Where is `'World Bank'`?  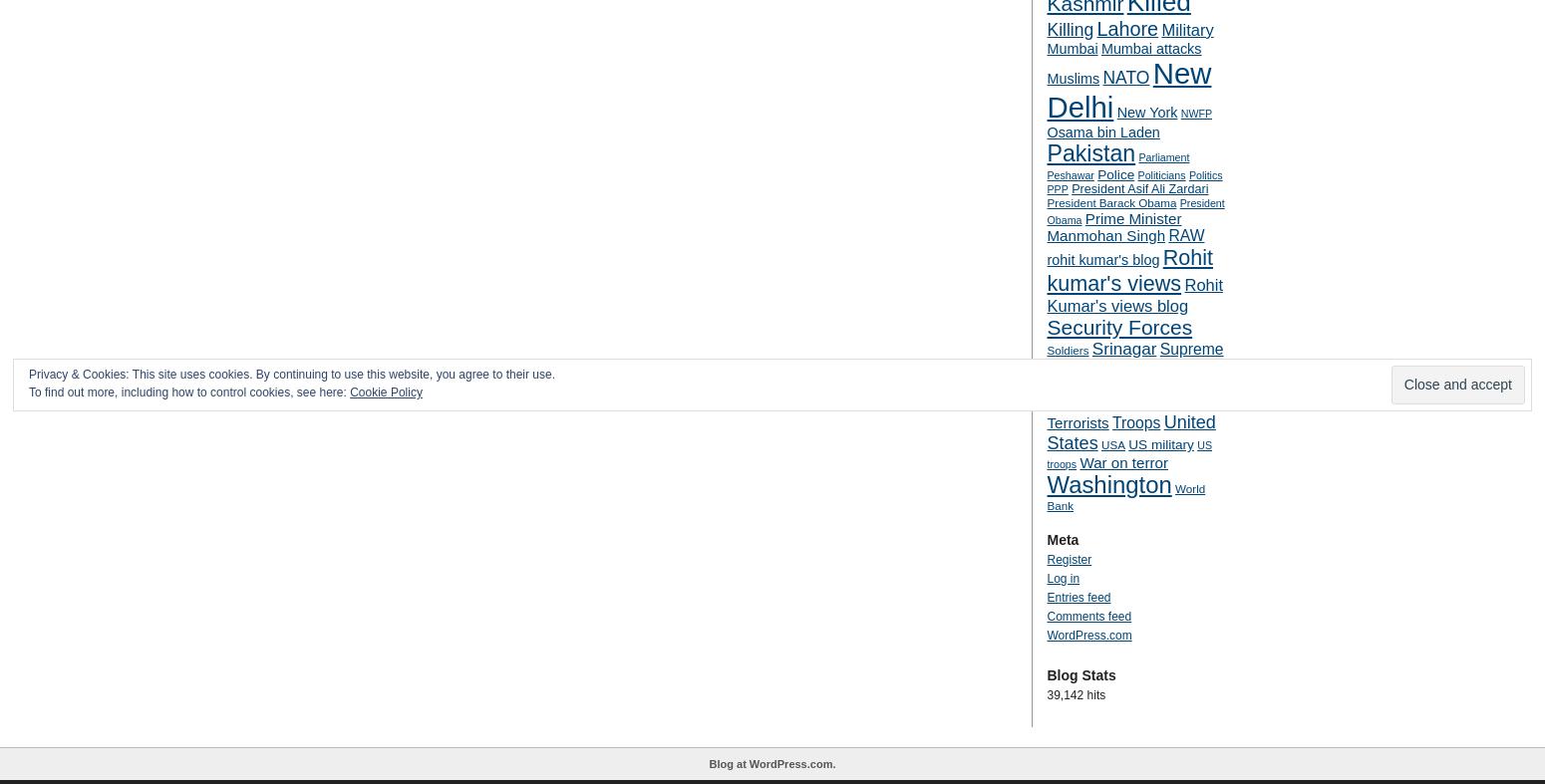
'World Bank' is located at coordinates (1124, 497).